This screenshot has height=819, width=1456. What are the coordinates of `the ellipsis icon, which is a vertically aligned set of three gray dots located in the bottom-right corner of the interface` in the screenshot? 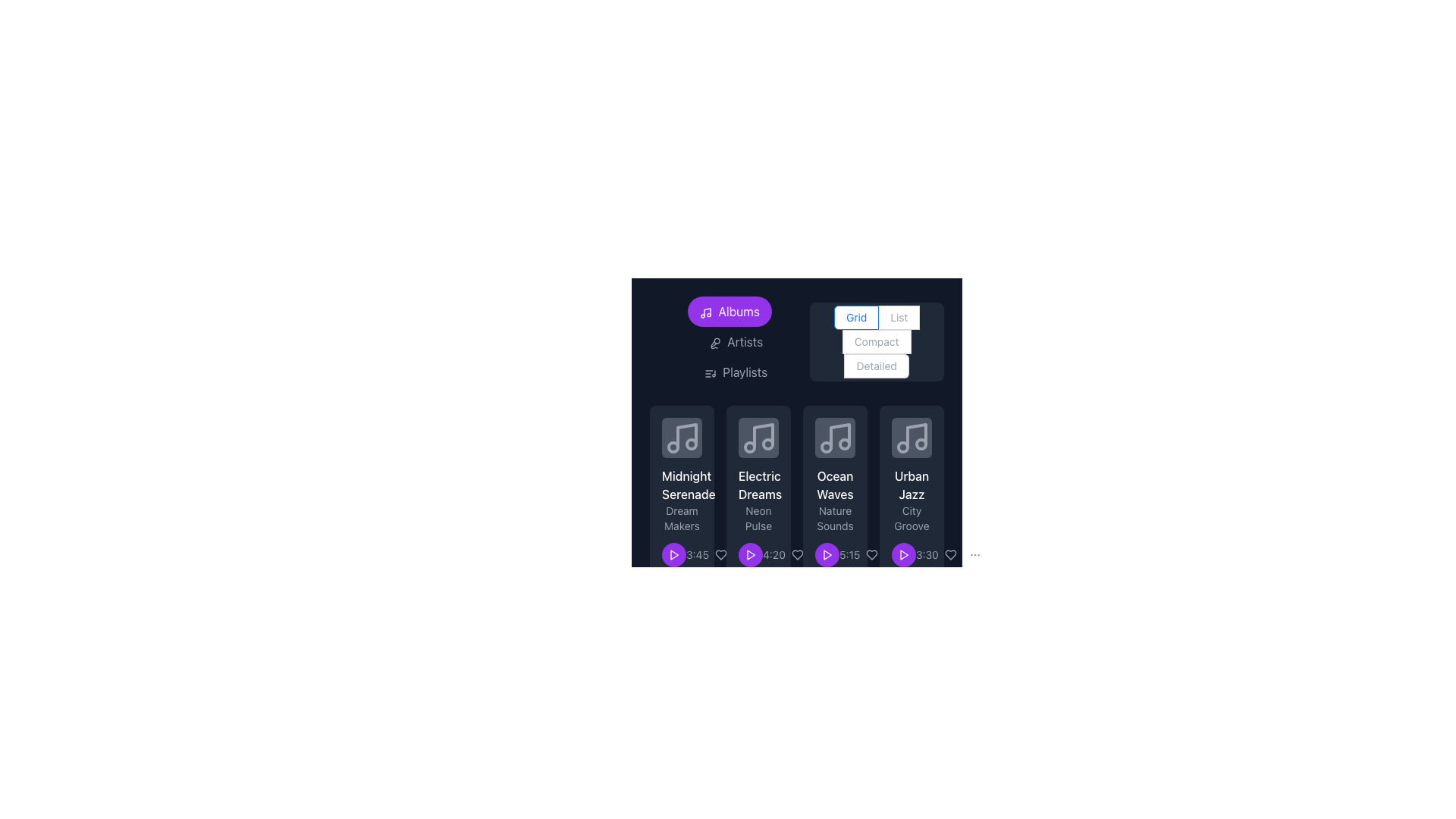 It's located at (745, 555).